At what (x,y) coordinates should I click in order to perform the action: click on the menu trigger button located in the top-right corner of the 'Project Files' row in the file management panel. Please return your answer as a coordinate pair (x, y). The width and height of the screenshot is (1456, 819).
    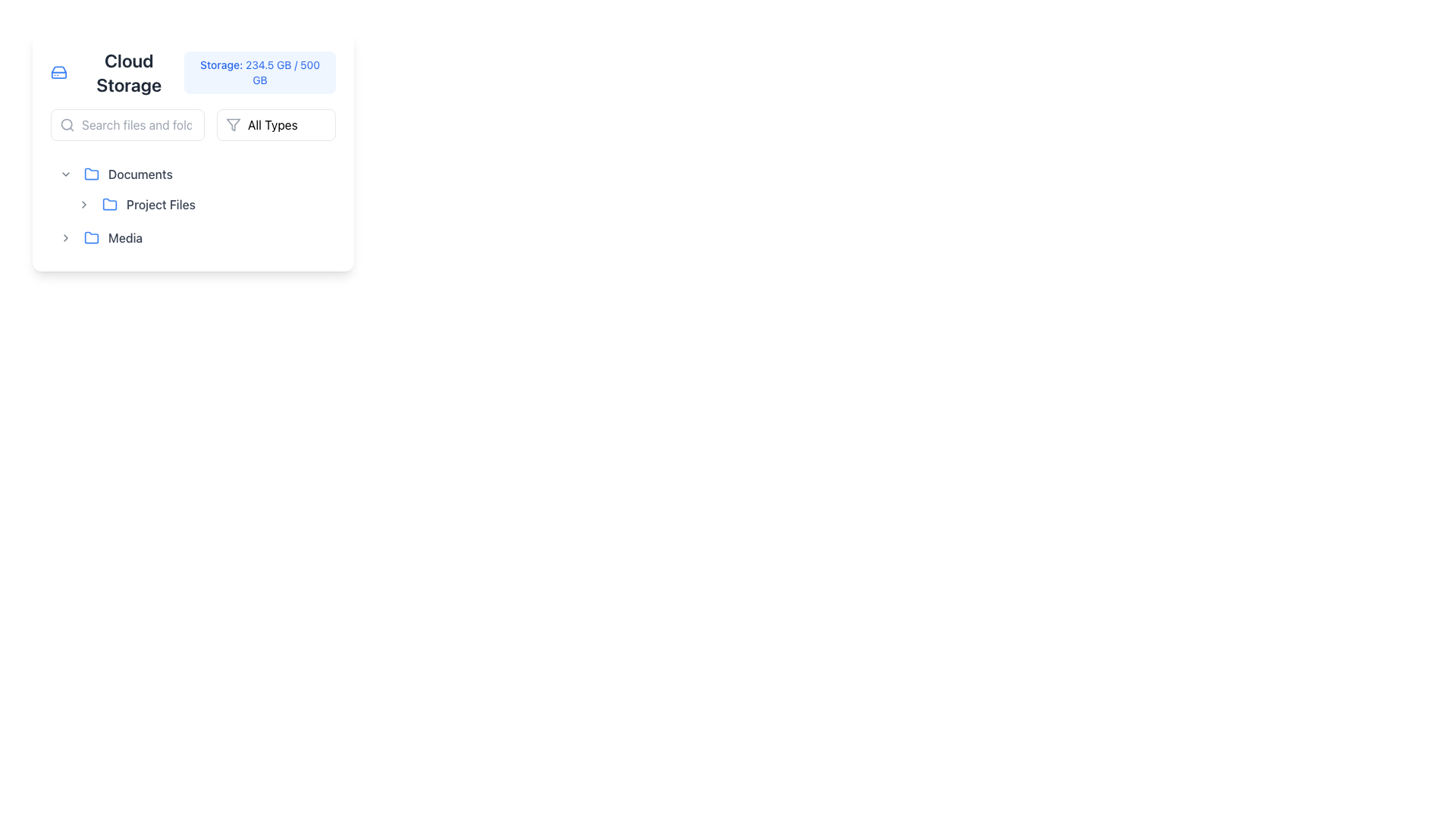
    Looking at the image, I should click on (319, 205).